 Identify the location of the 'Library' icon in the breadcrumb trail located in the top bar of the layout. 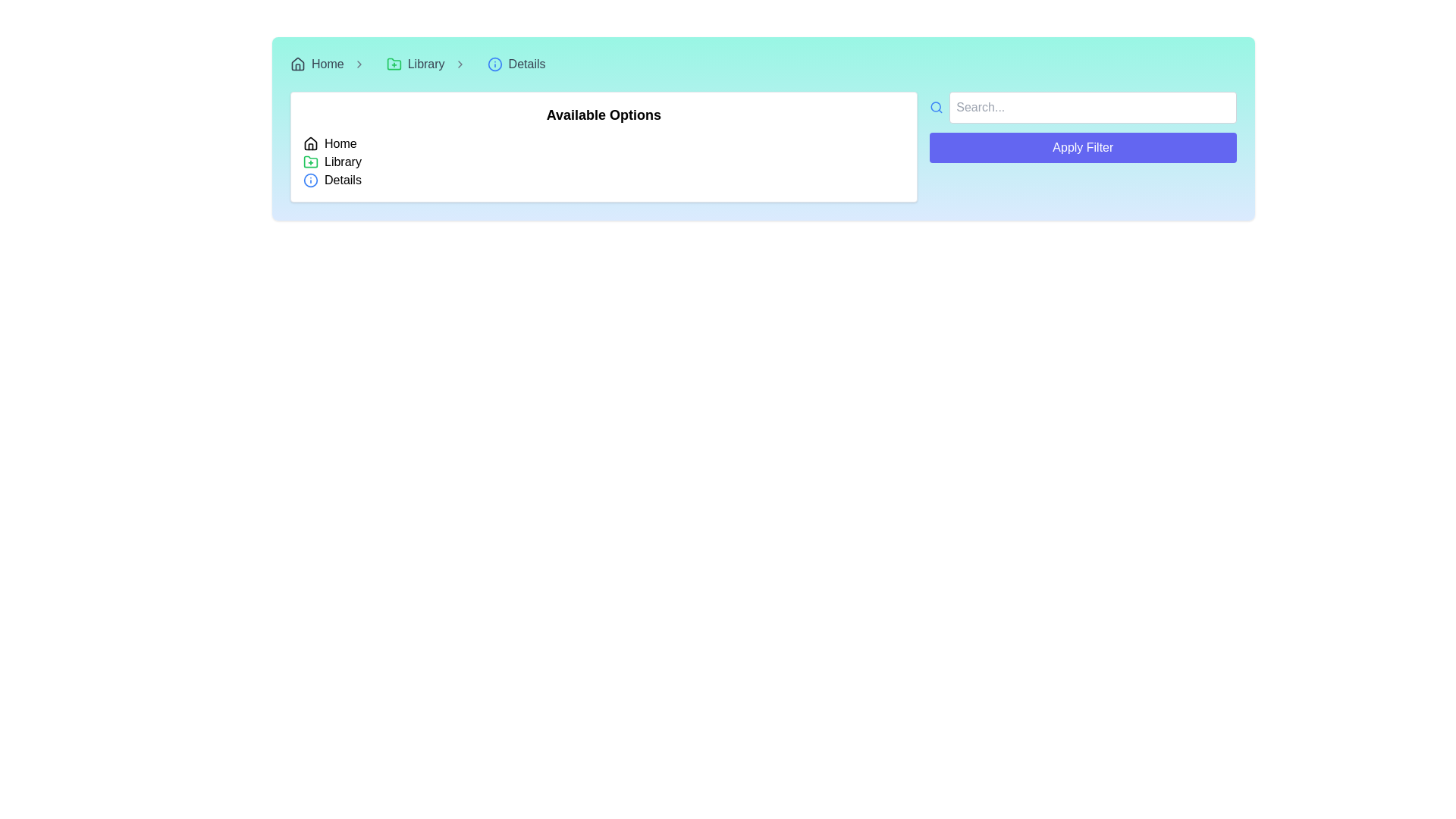
(309, 161).